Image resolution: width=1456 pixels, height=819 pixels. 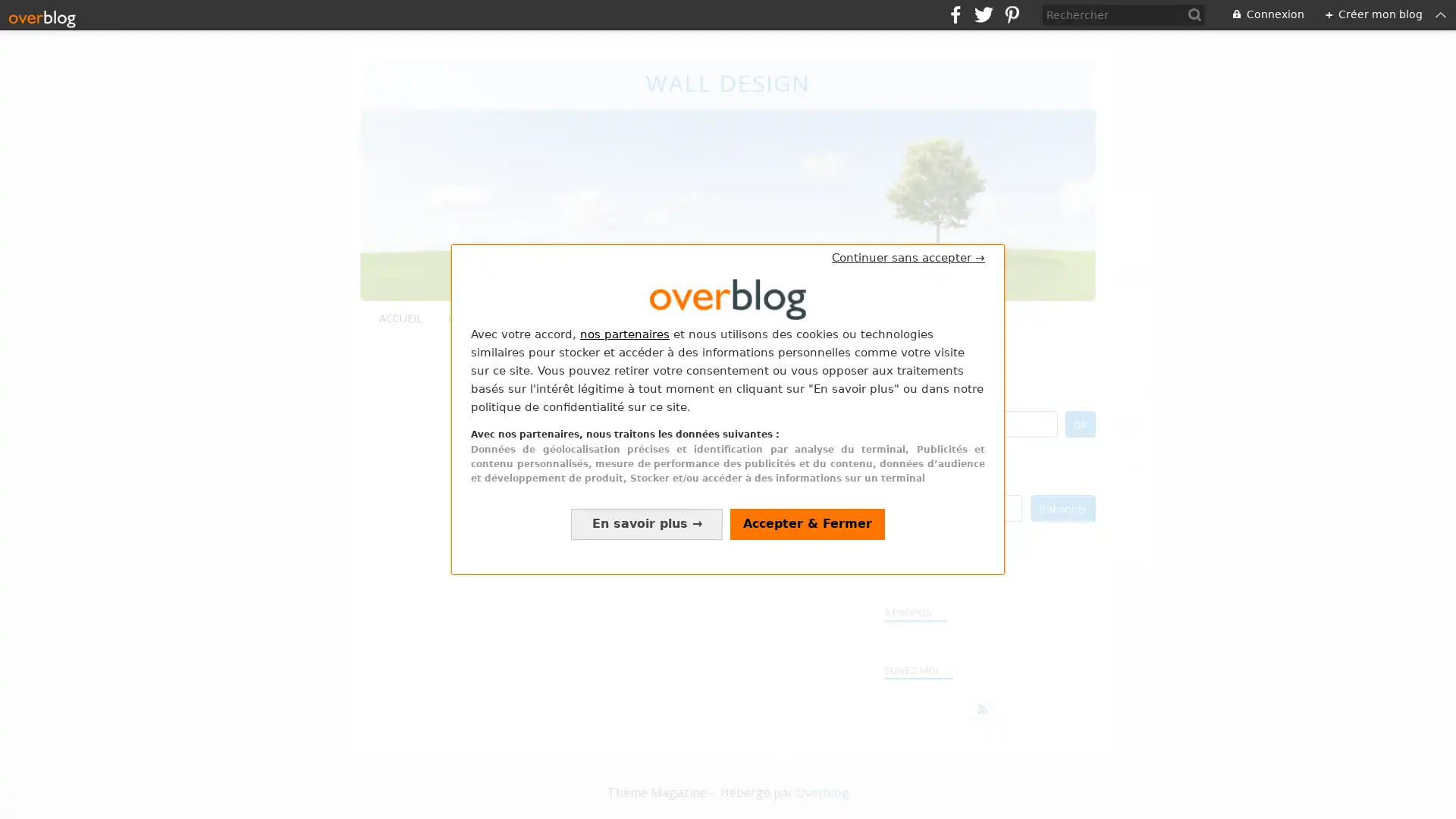 What do you see at coordinates (807, 522) in the screenshot?
I see `Accepter notre traitement des donnees et fermer` at bounding box center [807, 522].